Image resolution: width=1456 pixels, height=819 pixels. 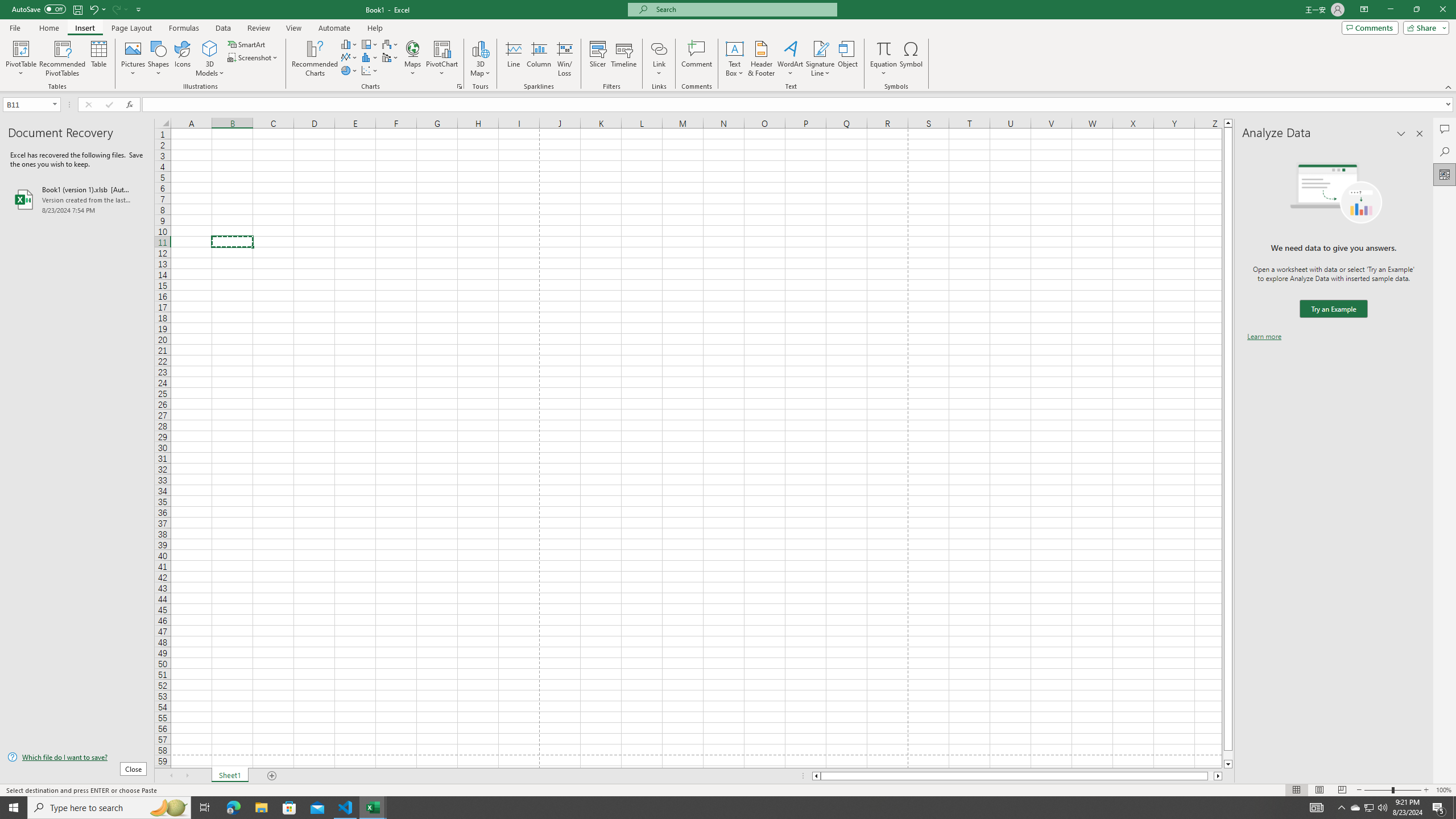 What do you see at coordinates (158, 59) in the screenshot?
I see `'Shapes'` at bounding box center [158, 59].